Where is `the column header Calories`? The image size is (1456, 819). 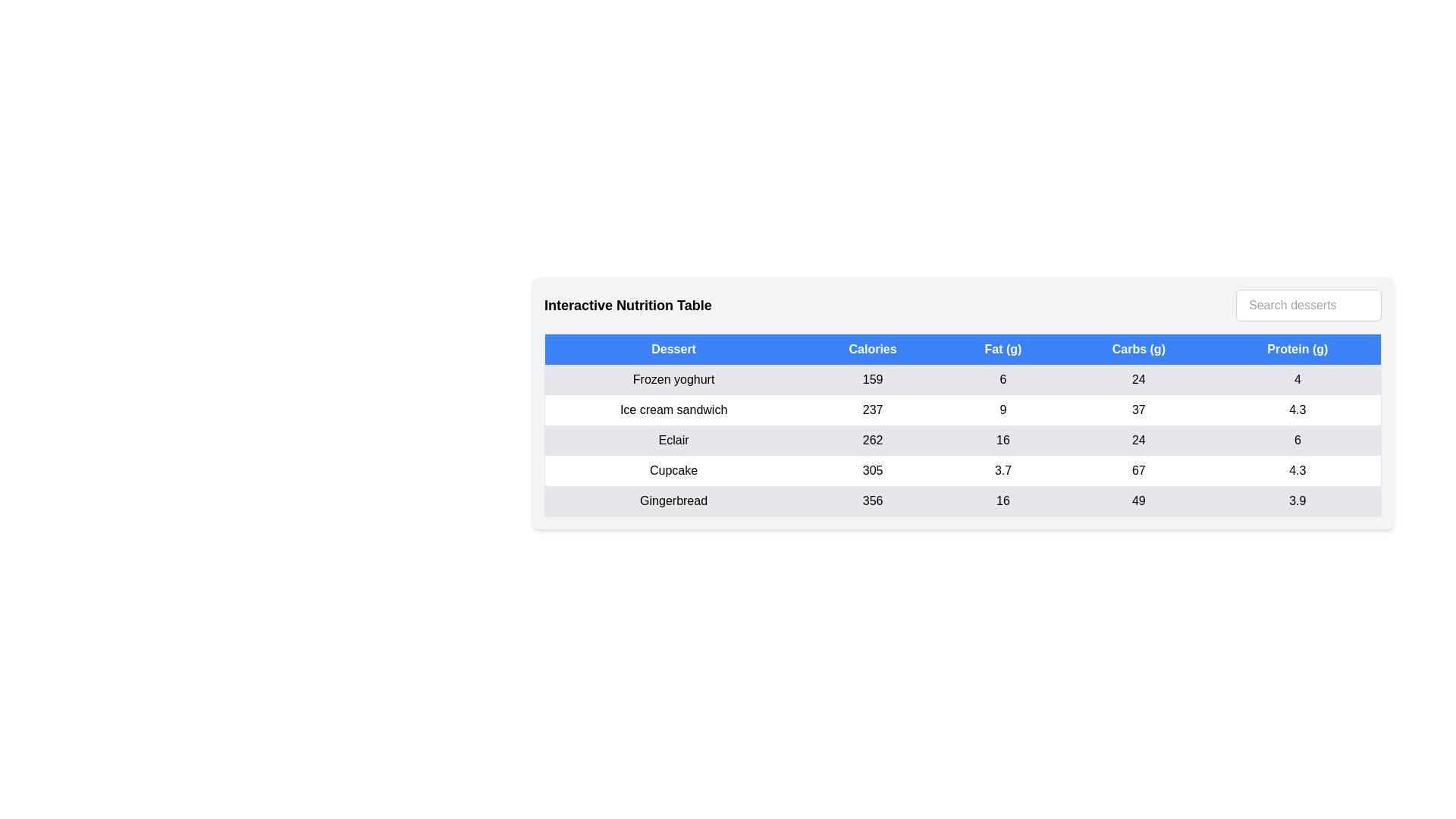 the column header Calories is located at coordinates (873, 349).